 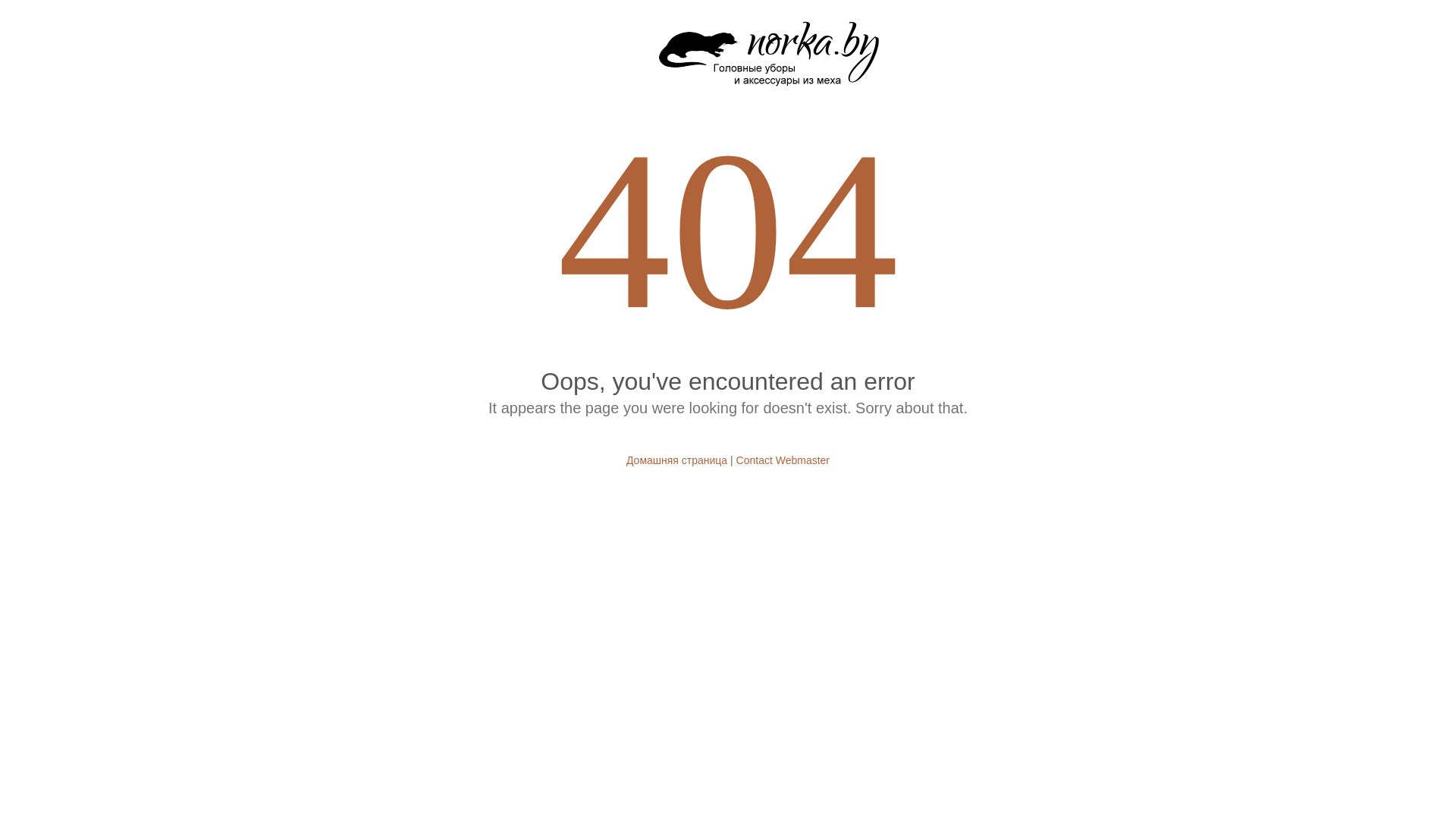 I want to click on 'Contact Webmaster', so click(x=736, y=459).